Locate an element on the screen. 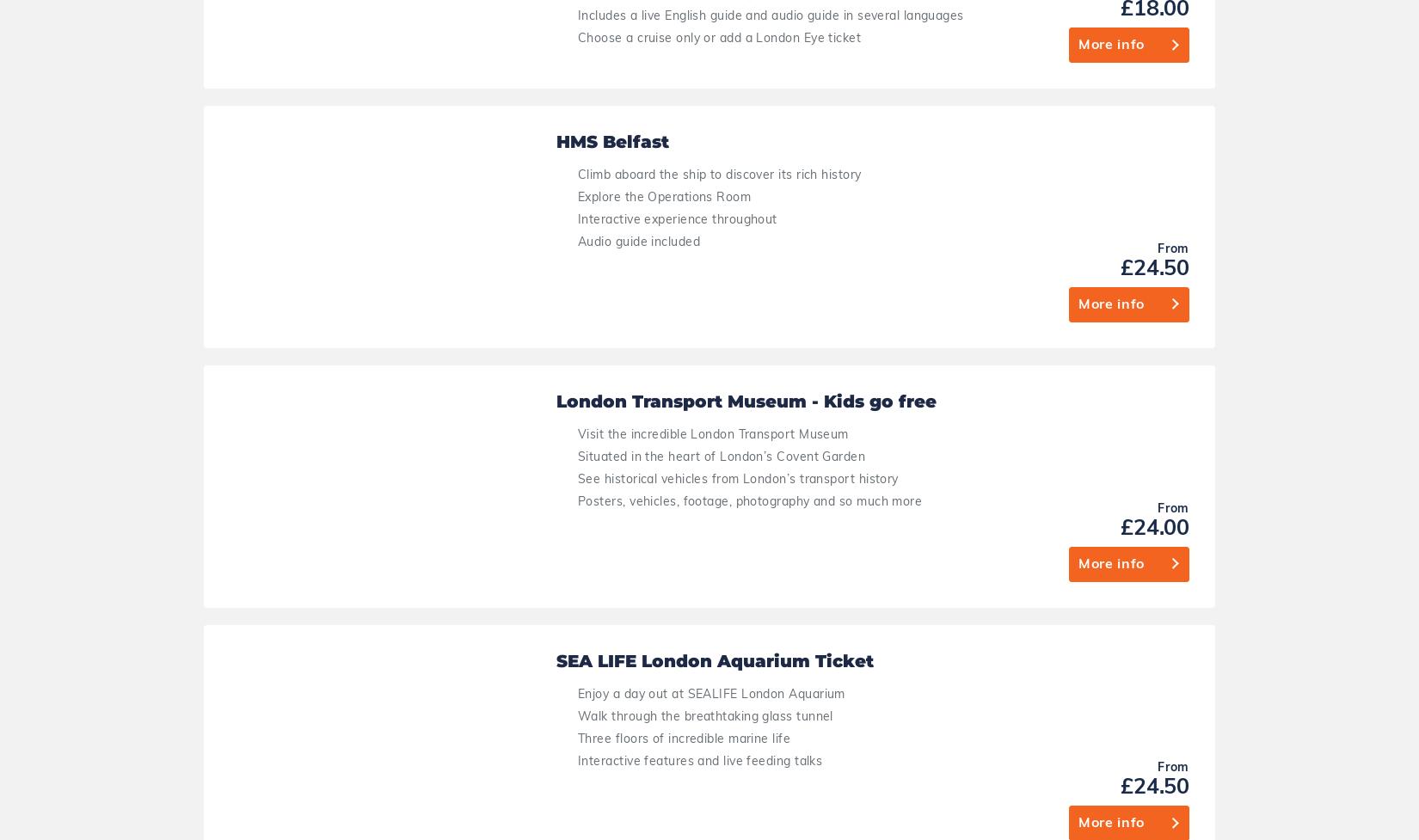 The width and height of the screenshot is (1419, 840). 'See historical vehicles from London’s transport history' is located at coordinates (683, 268).